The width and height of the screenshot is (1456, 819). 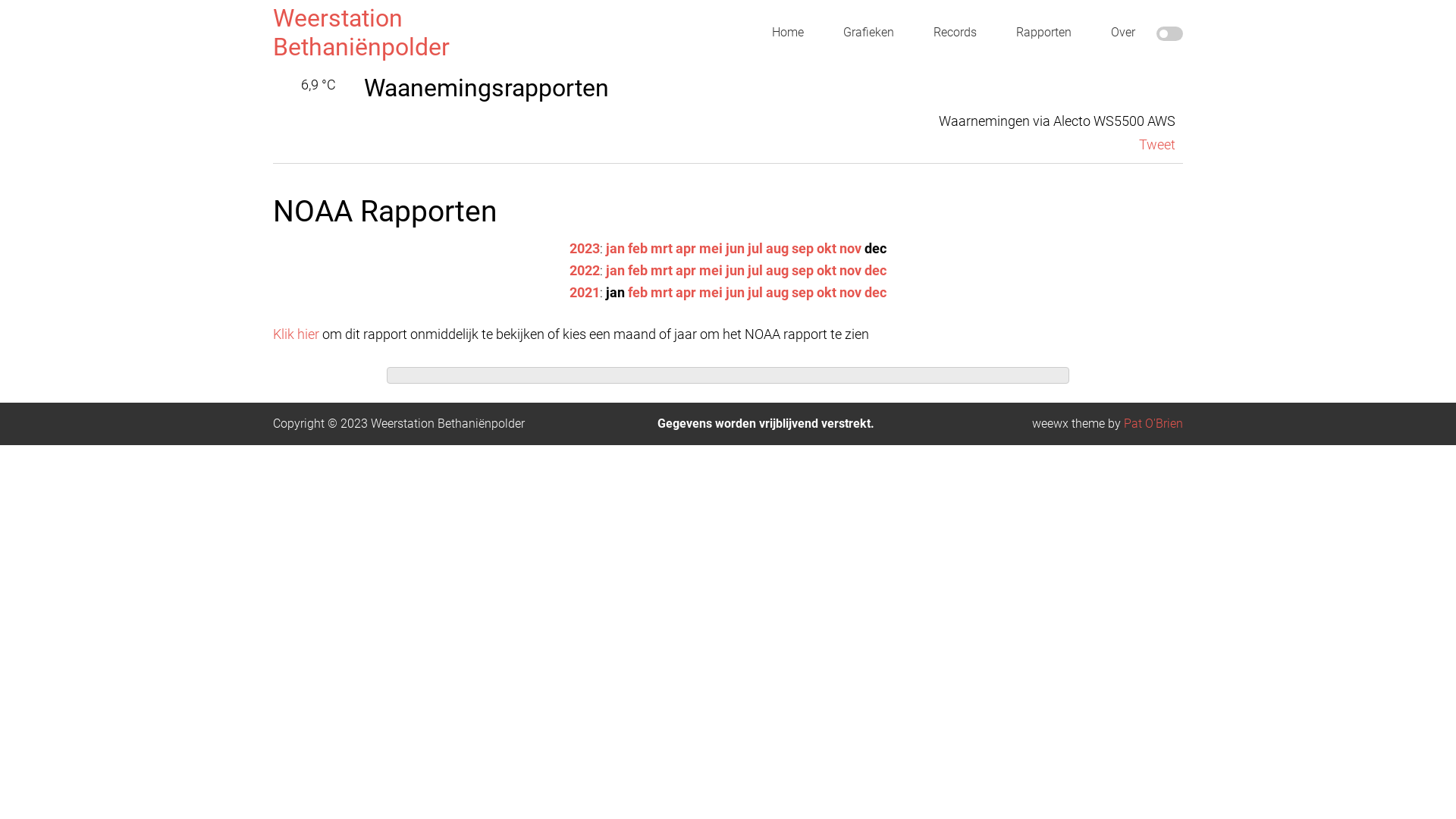 I want to click on 'mrt', so click(x=661, y=247).